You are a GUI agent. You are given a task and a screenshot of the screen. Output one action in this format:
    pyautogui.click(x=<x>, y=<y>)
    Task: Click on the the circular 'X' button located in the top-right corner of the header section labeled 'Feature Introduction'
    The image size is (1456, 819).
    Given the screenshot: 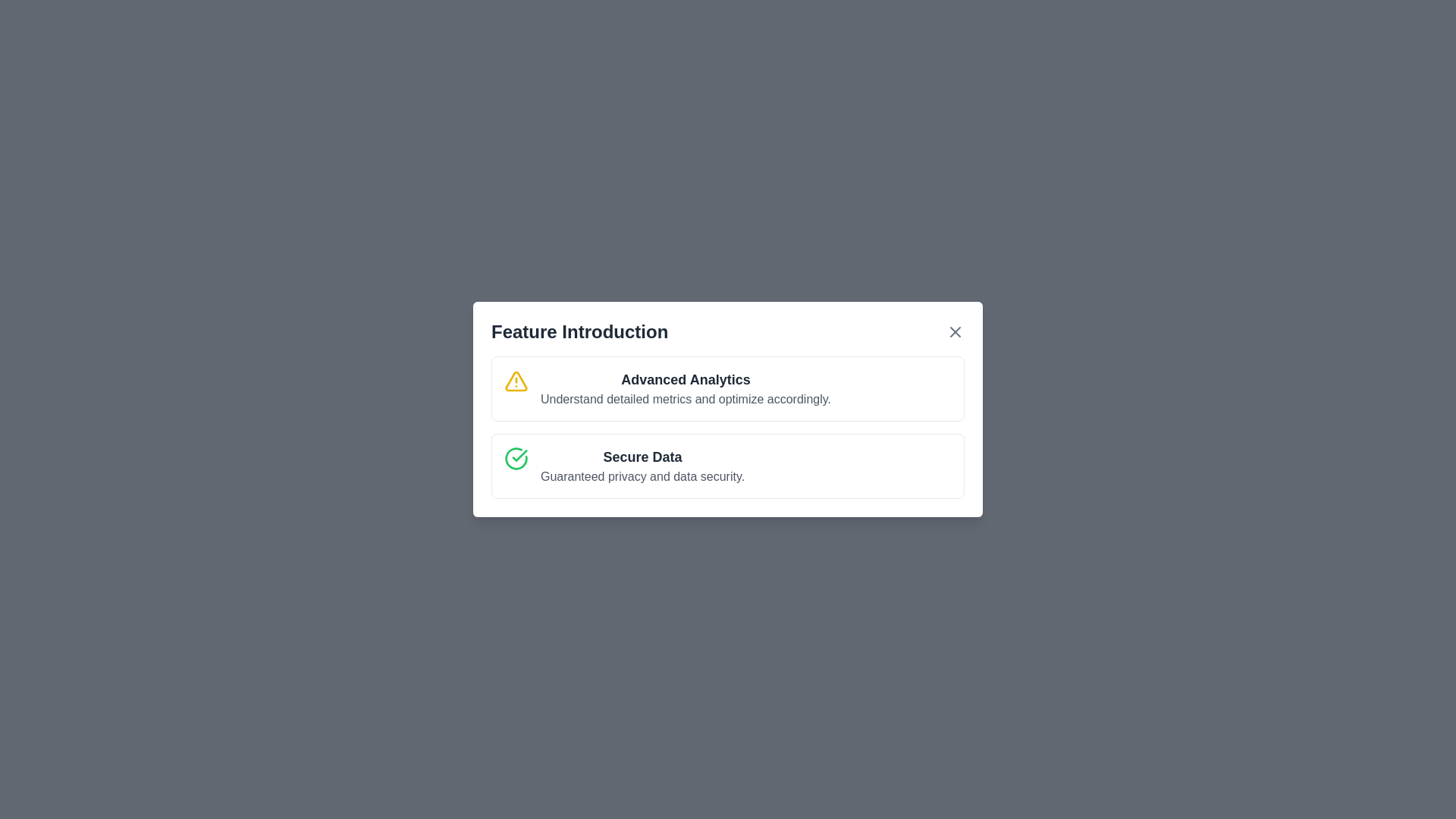 What is the action you would take?
    pyautogui.click(x=954, y=331)
    